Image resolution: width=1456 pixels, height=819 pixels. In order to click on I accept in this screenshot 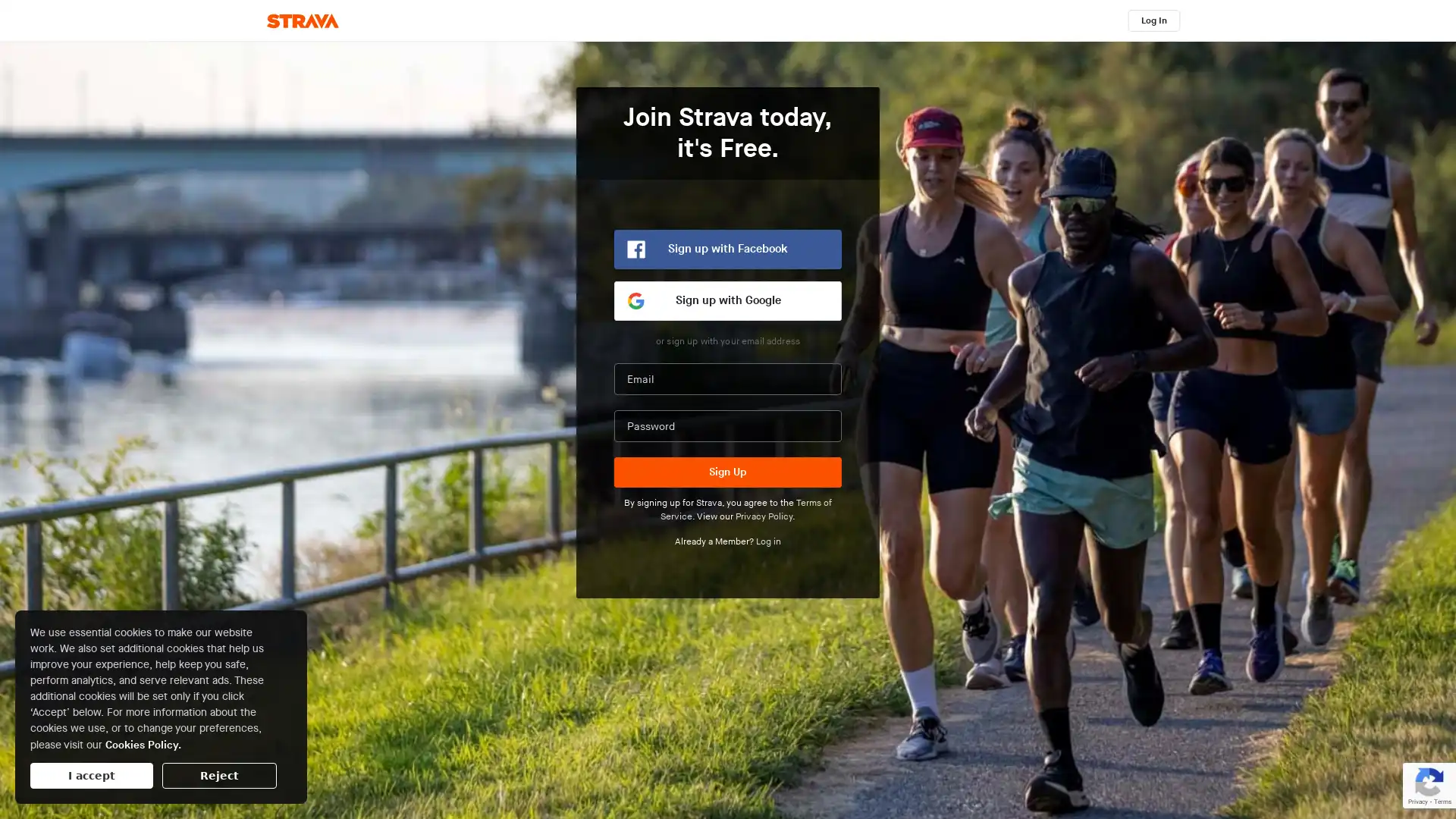, I will do `click(90, 775)`.